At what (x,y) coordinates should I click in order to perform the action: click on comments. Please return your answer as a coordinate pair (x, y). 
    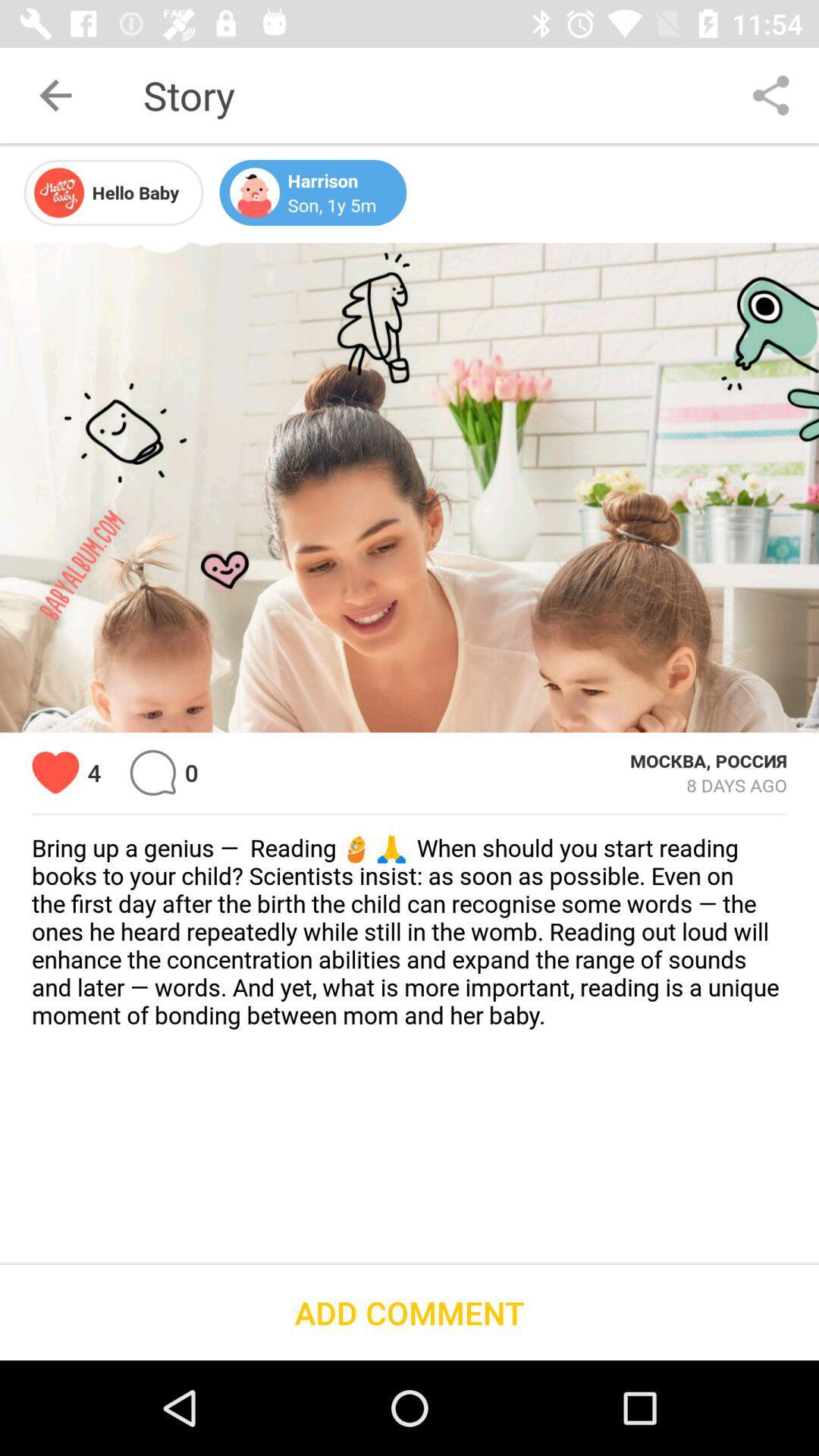
    Looking at the image, I should click on (152, 773).